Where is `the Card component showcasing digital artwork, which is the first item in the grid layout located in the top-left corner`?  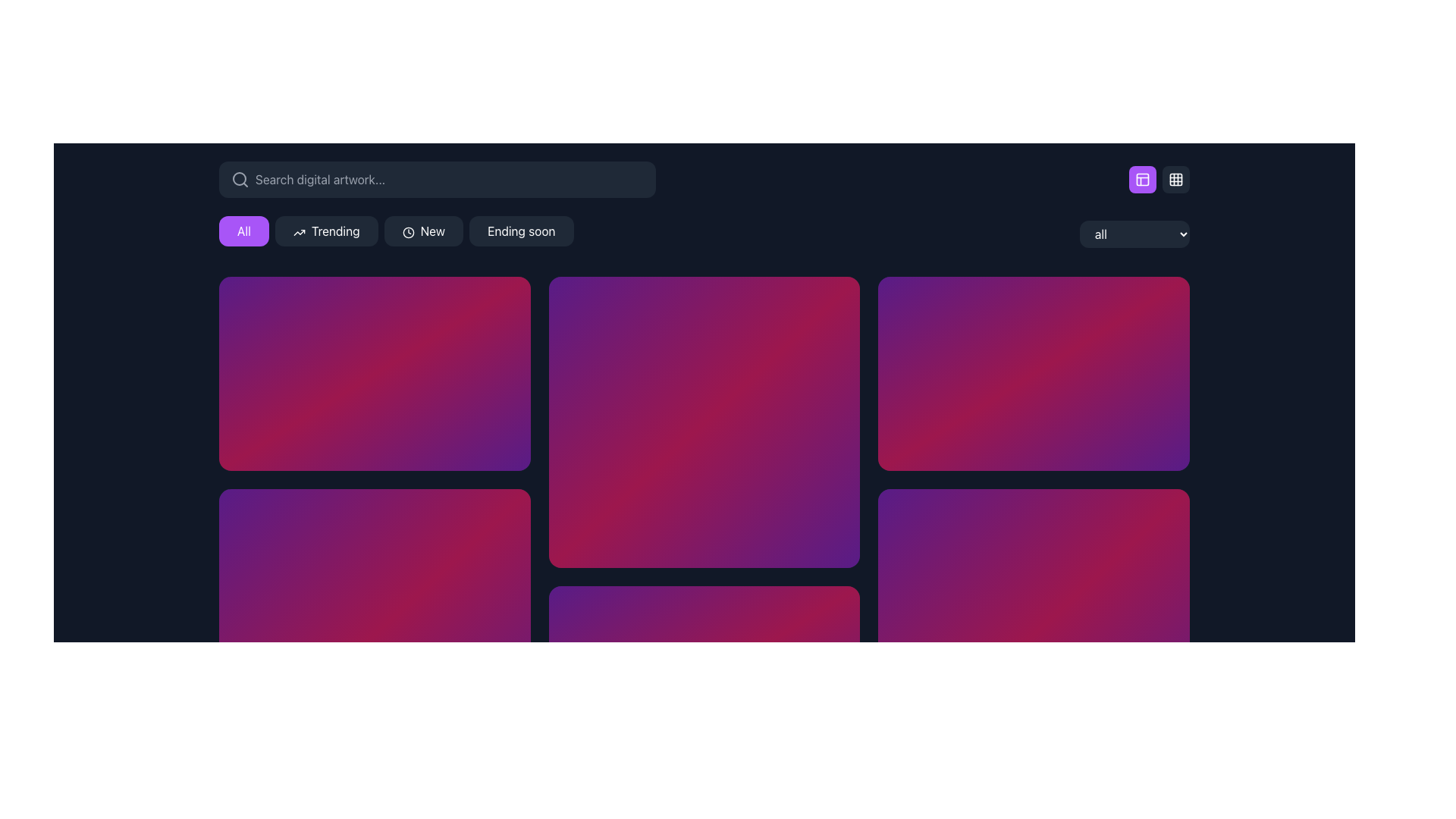 the Card component showcasing digital artwork, which is the first item in the grid layout located in the top-left corner is located at coordinates (375, 374).